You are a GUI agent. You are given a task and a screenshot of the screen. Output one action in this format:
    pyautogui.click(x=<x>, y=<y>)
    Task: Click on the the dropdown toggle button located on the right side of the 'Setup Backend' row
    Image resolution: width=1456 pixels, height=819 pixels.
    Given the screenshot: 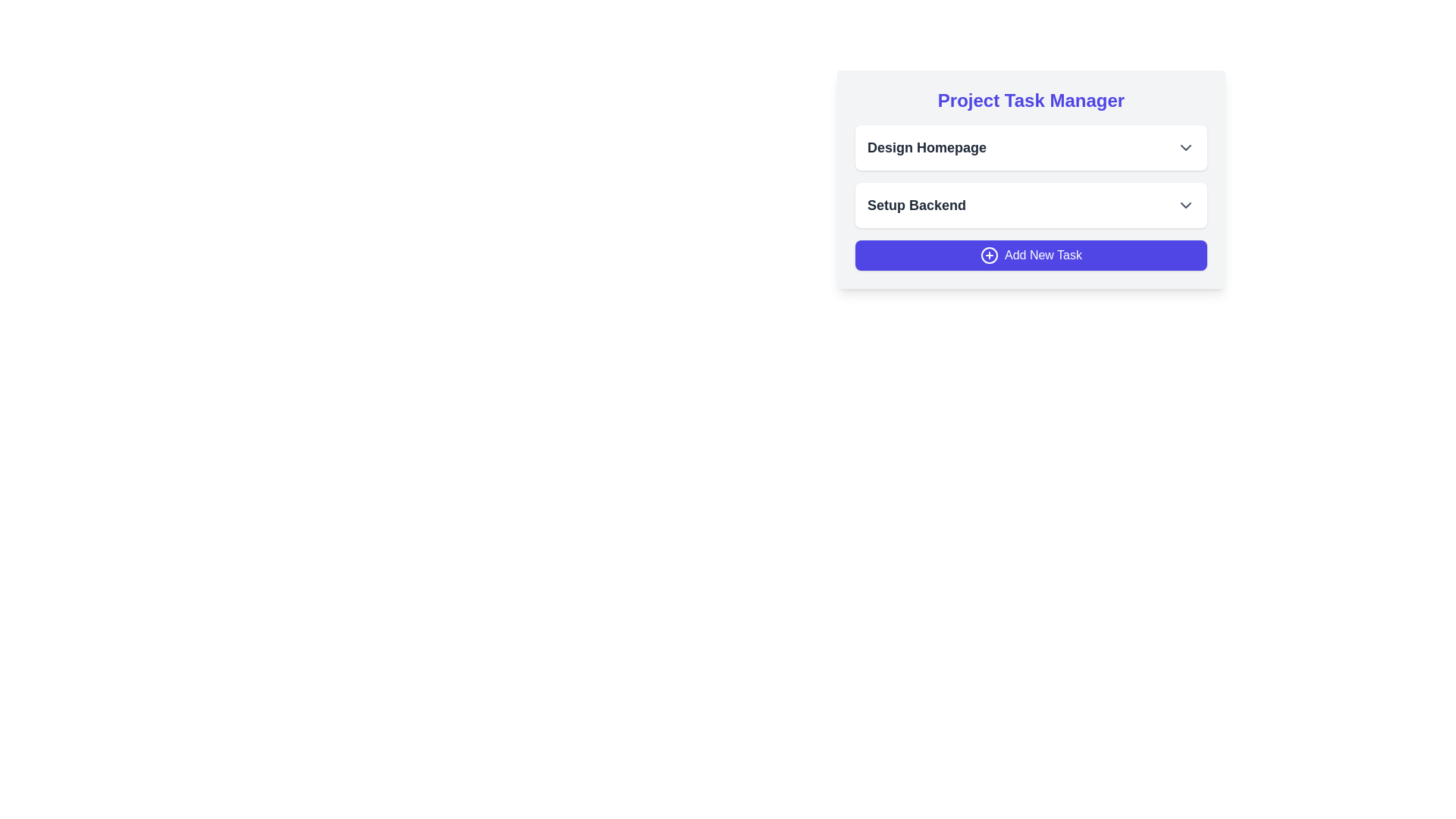 What is the action you would take?
    pyautogui.click(x=1185, y=205)
    